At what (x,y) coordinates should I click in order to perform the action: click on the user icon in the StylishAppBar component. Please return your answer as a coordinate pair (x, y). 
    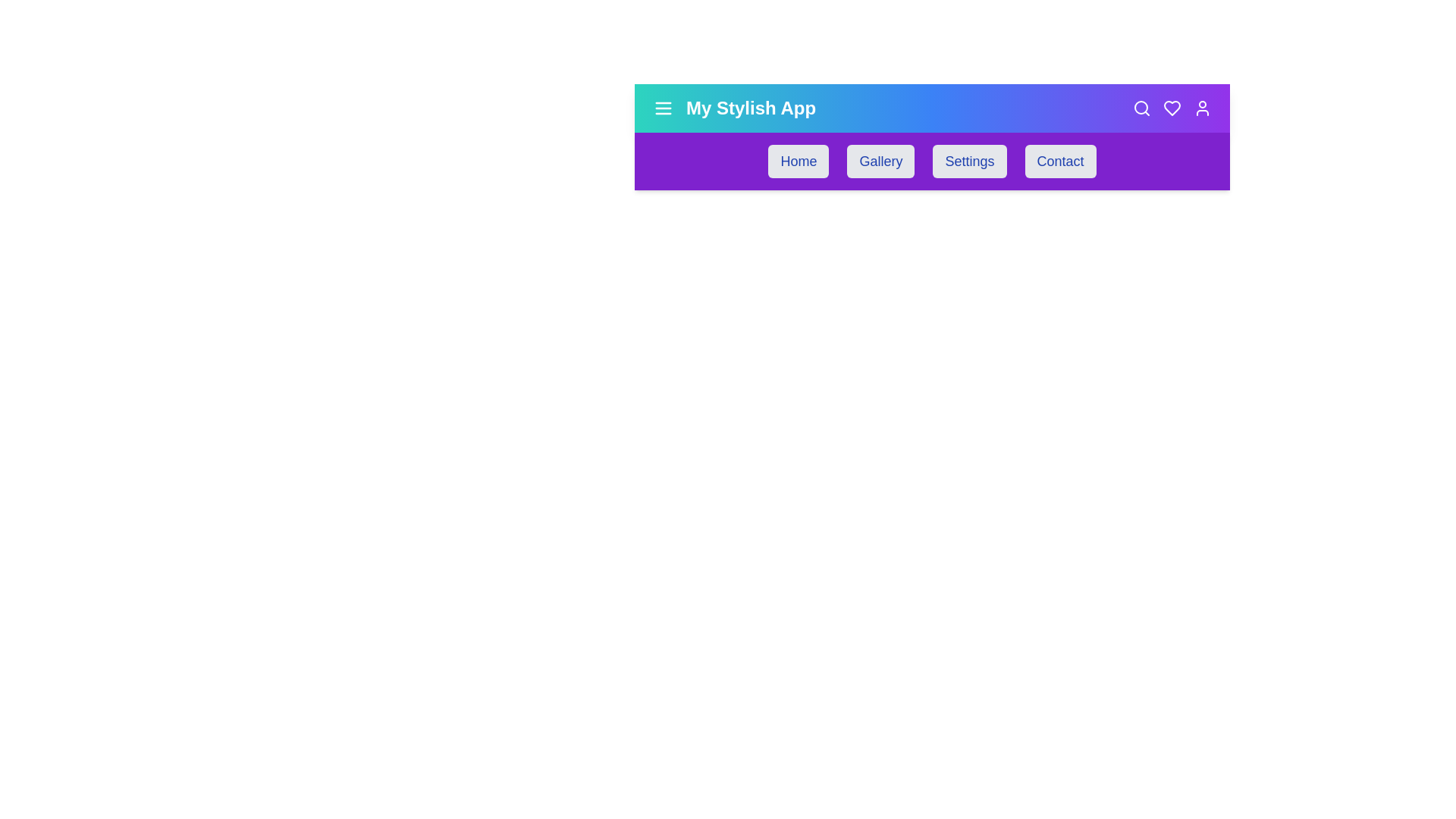
    Looking at the image, I should click on (1201, 107).